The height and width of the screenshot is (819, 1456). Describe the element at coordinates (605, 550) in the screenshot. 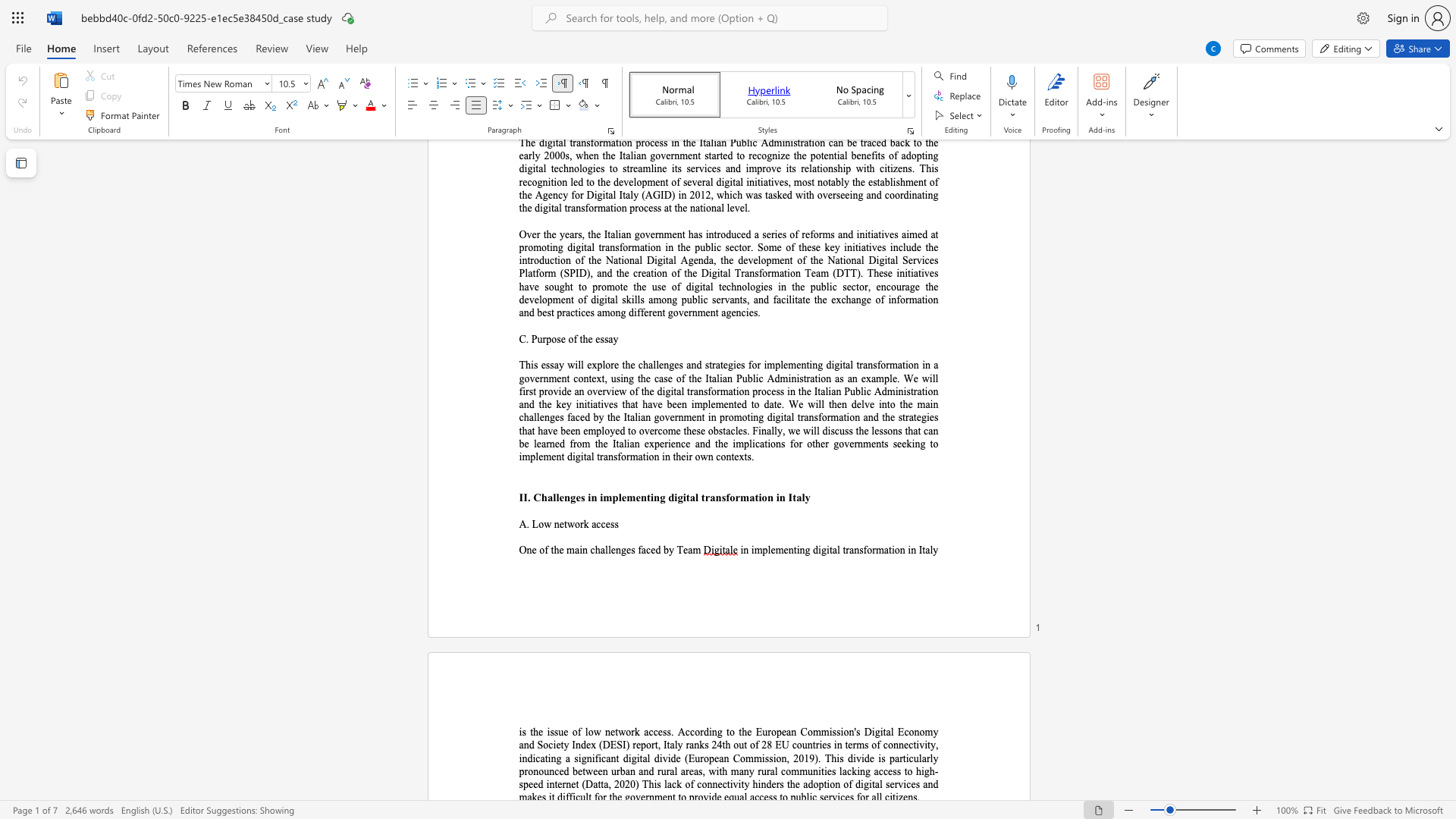

I see `the 1th character "l" in the text` at that location.